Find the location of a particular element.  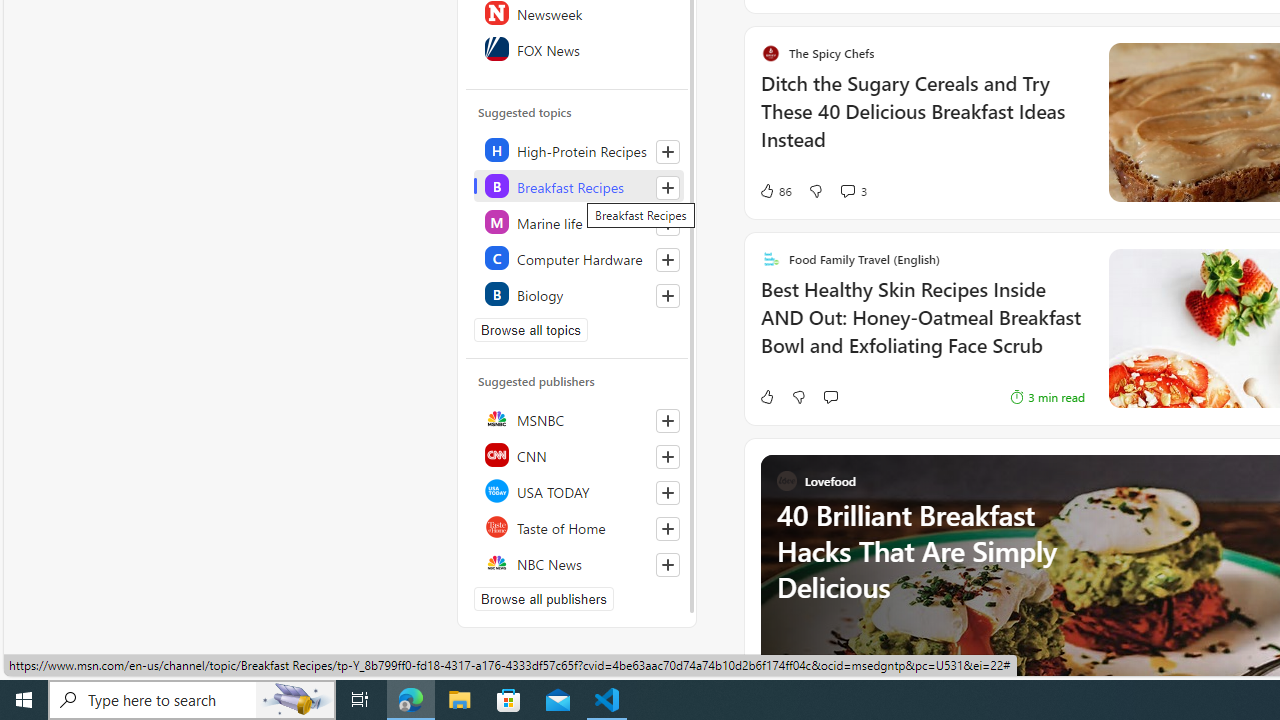

'View comments 3 Comment' is located at coordinates (853, 191).